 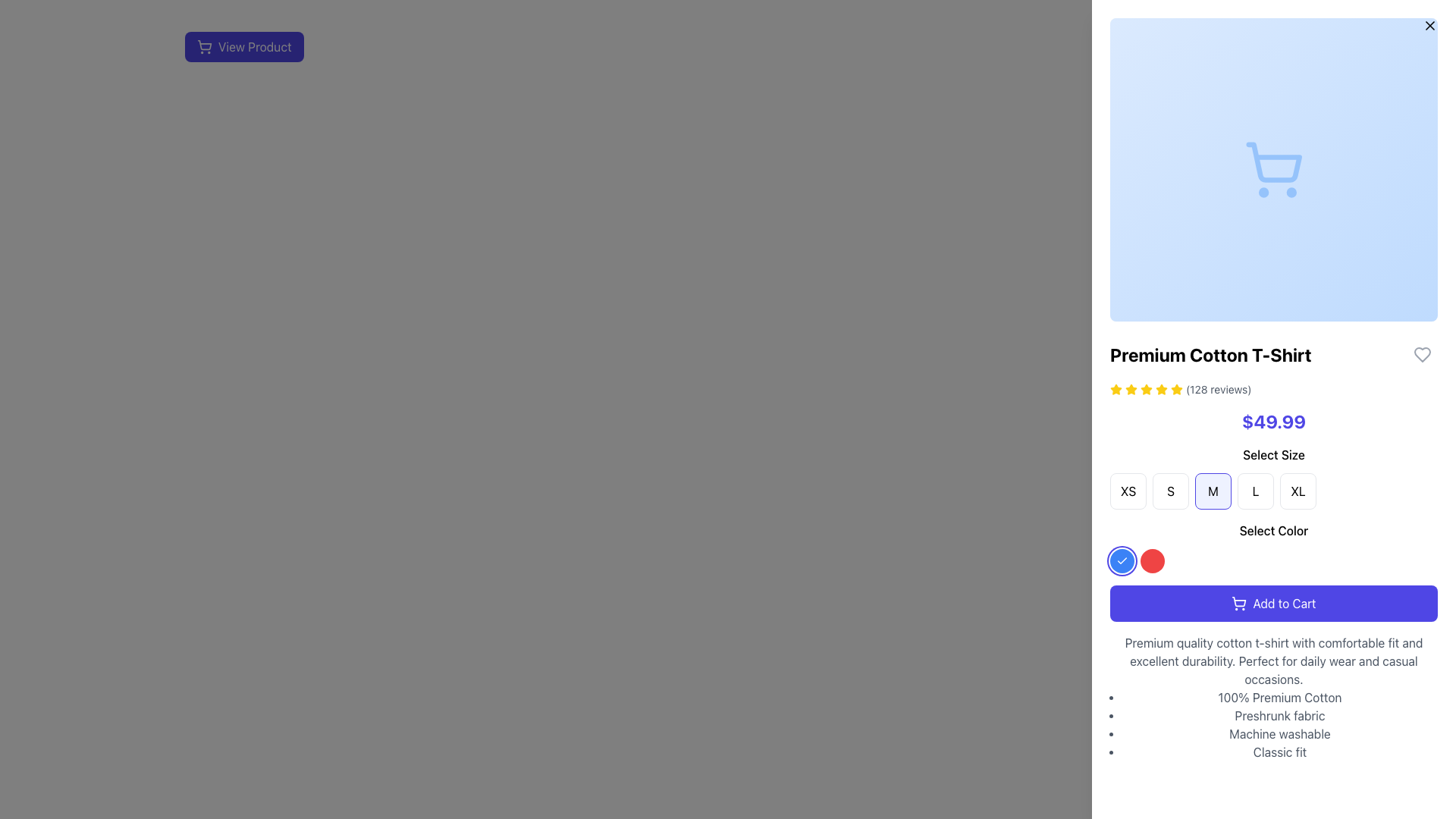 What do you see at coordinates (1429, 26) in the screenshot?
I see `the small circular button displaying an 'X' icon located in the top-right corner of the product listing section` at bounding box center [1429, 26].